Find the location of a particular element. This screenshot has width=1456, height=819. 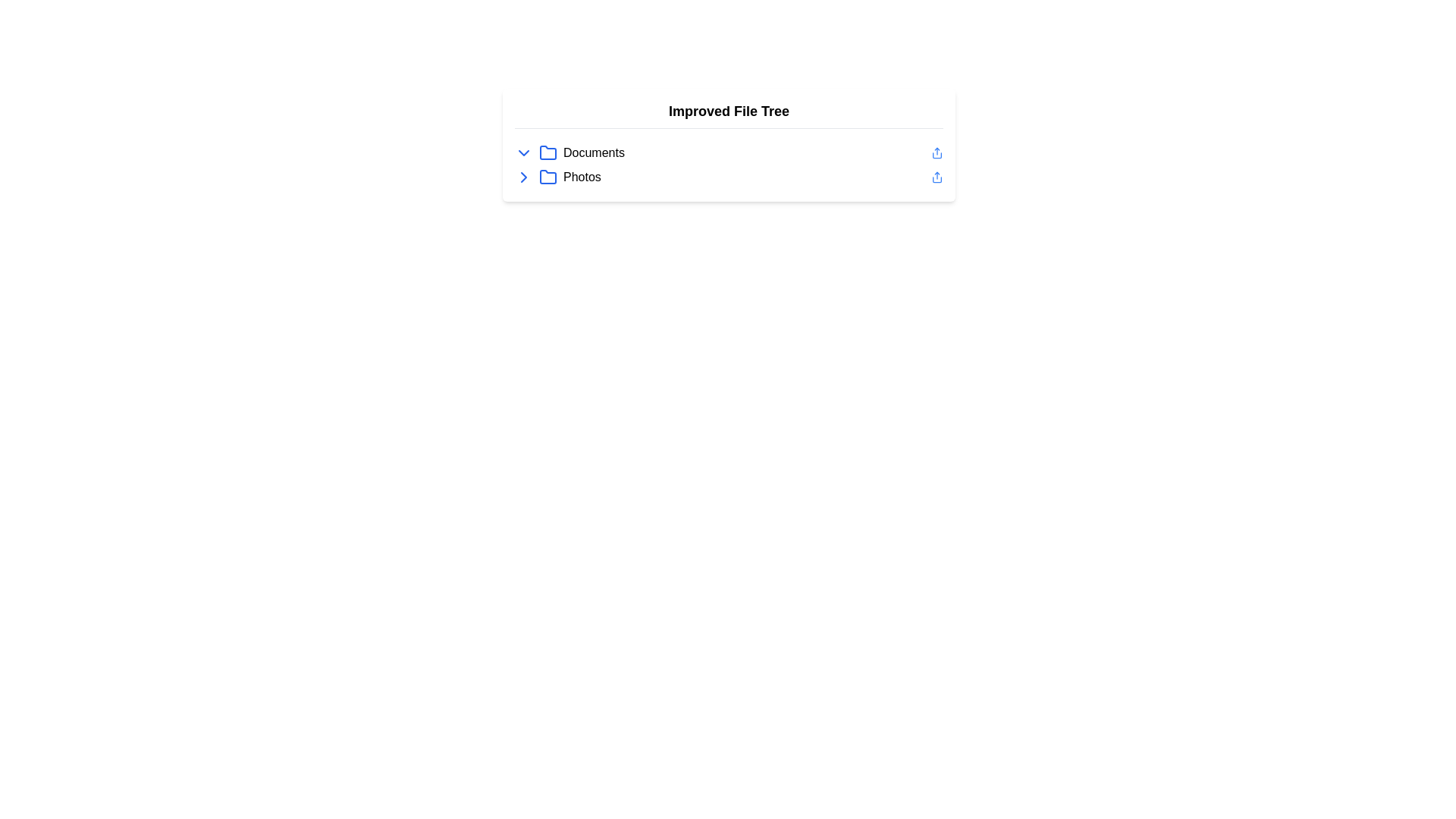

the rightward-pointing chevron icon next to the 'Photos' entry in the directory interface is located at coordinates (524, 177).